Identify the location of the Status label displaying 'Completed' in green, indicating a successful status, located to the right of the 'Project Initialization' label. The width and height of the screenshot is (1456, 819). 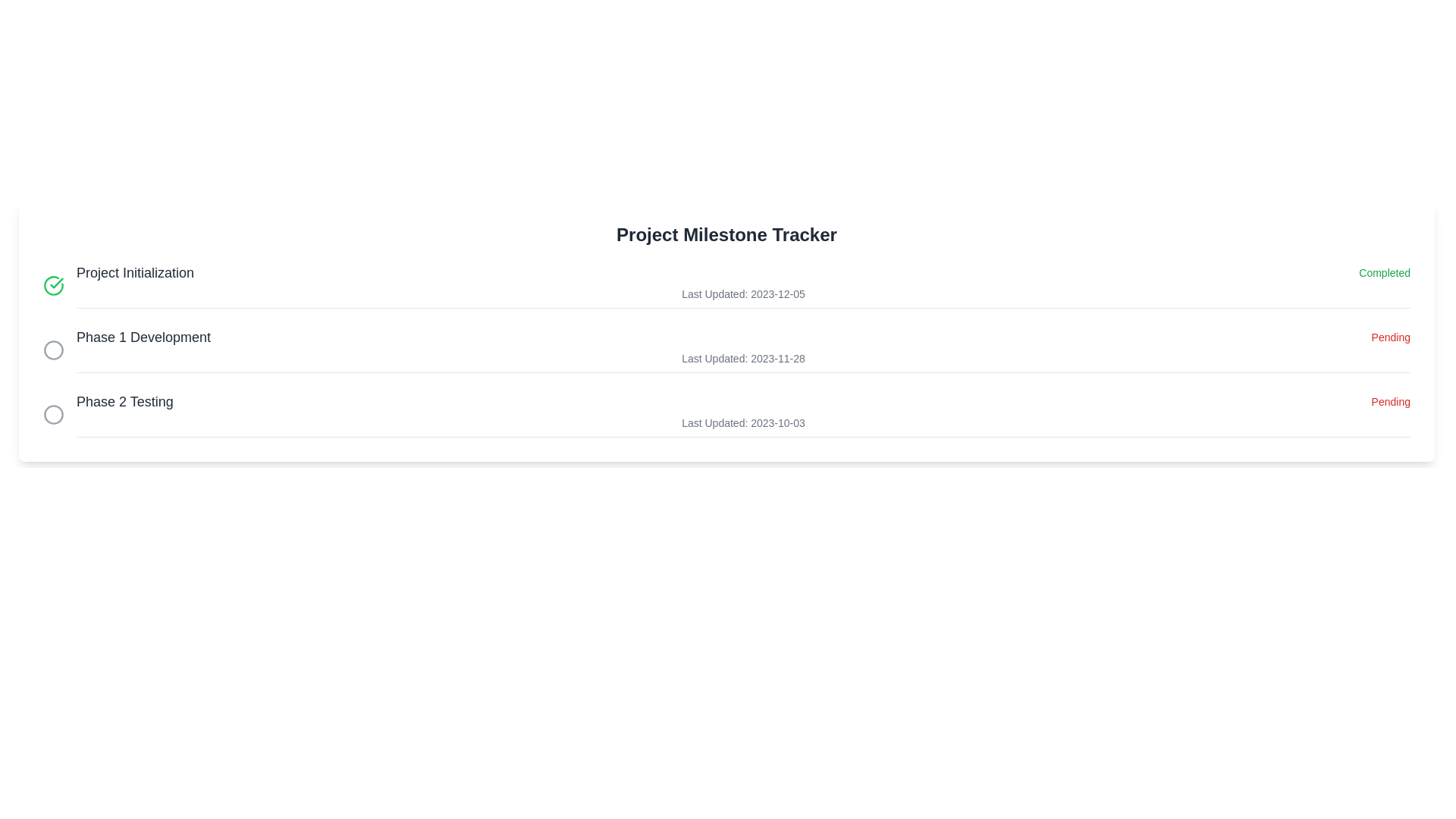
(1385, 271).